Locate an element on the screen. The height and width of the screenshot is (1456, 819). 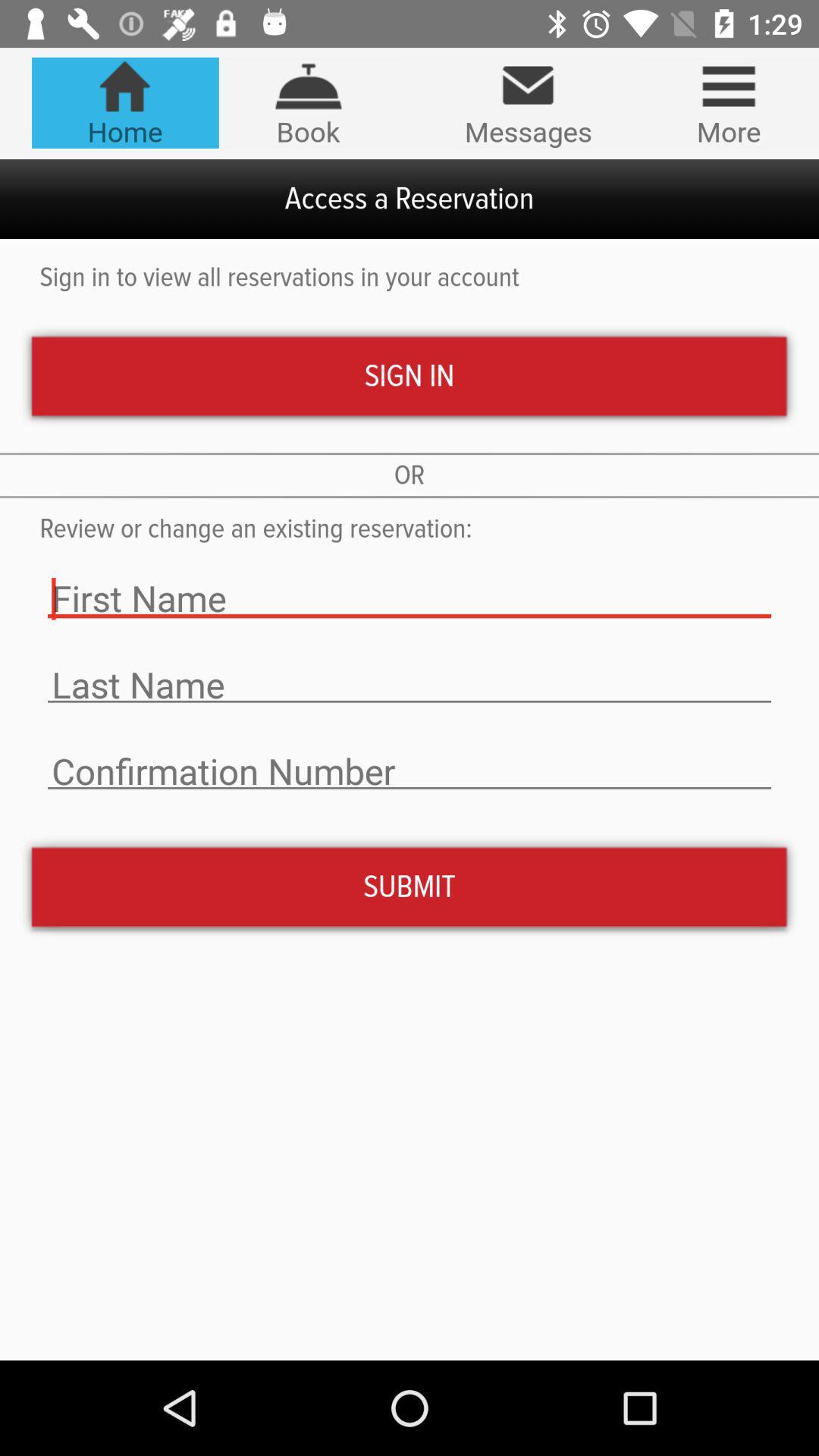
your last name is located at coordinates (409, 684).